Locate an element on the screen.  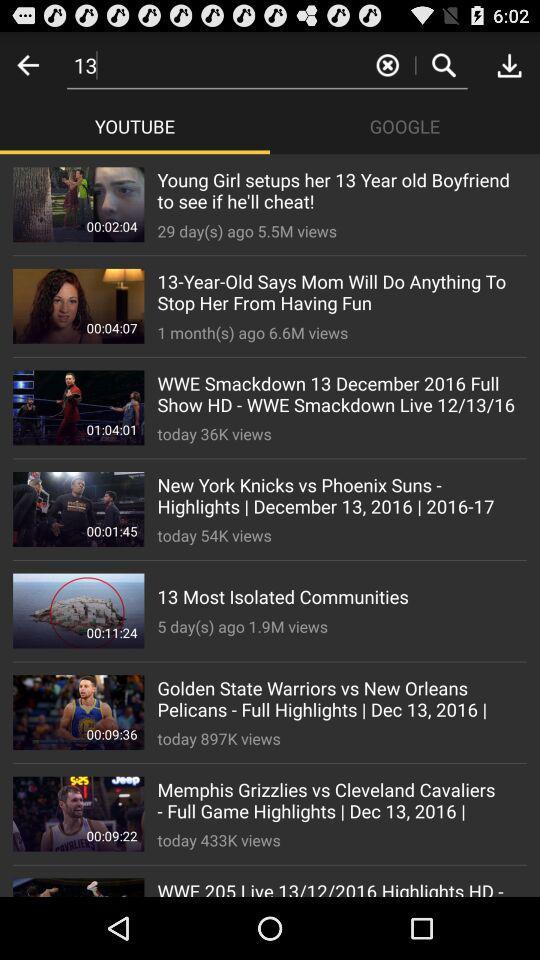
download to device is located at coordinates (509, 65).